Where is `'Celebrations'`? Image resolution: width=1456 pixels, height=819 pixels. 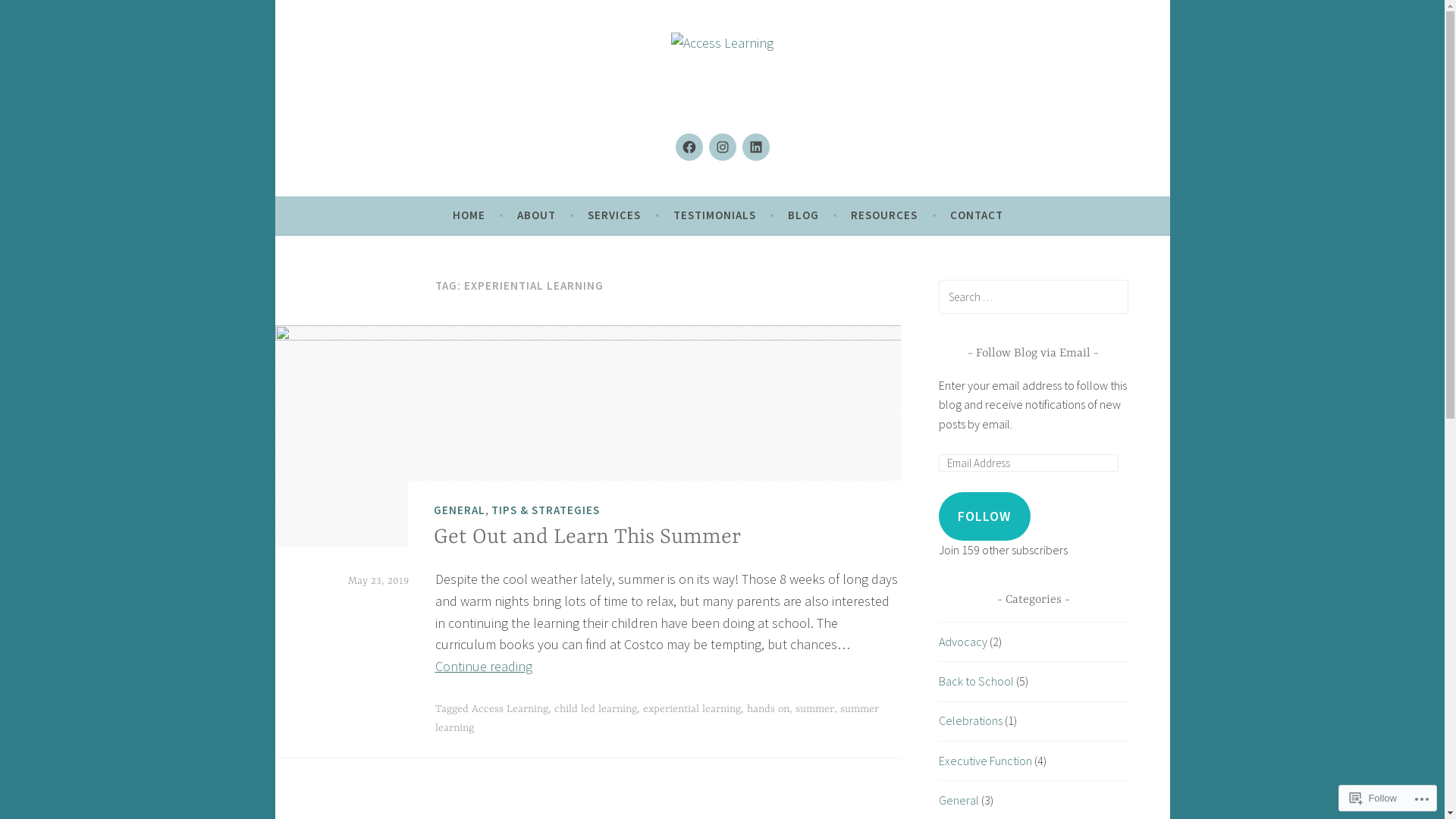
'Celebrations' is located at coordinates (938, 719).